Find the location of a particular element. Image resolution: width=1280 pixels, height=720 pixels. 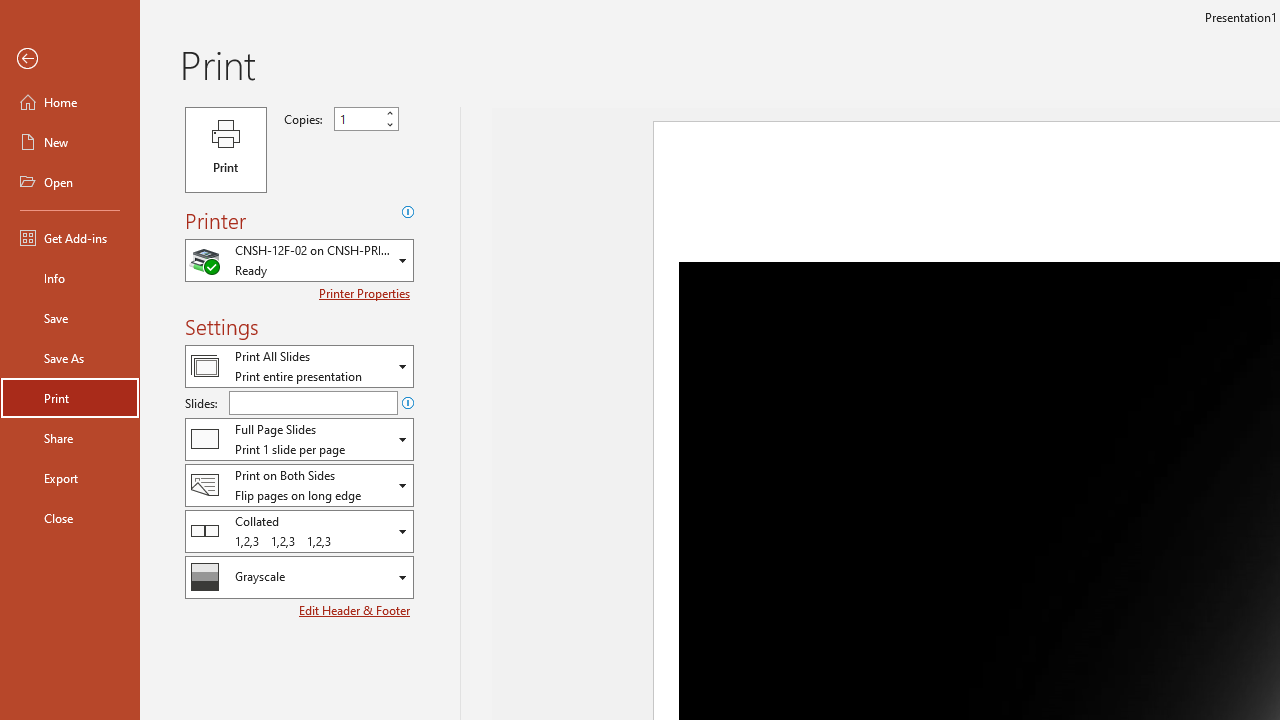

'Printer Properties' is located at coordinates (366, 293).